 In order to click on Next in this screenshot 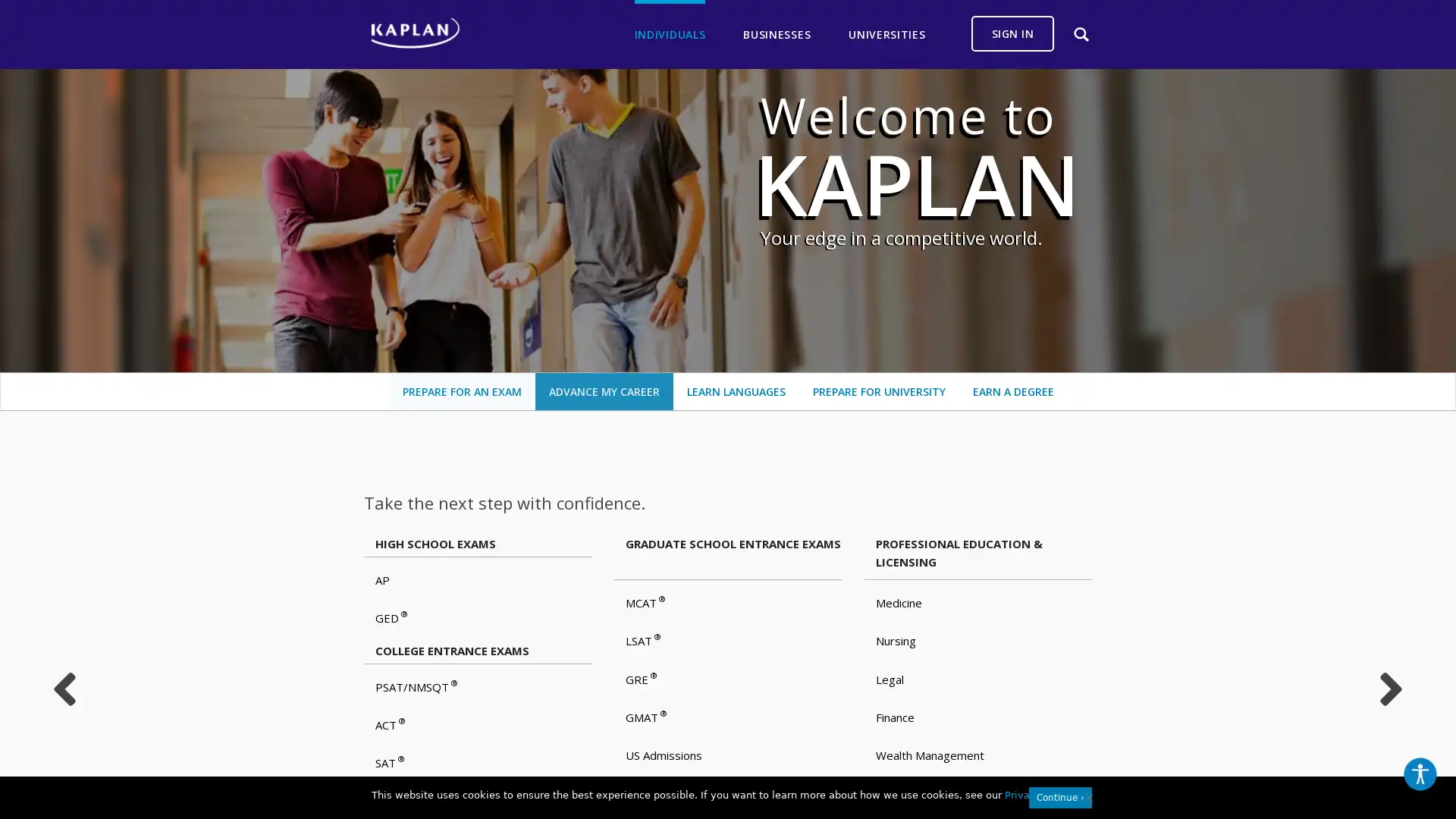, I will do `click(1391, 689)`.